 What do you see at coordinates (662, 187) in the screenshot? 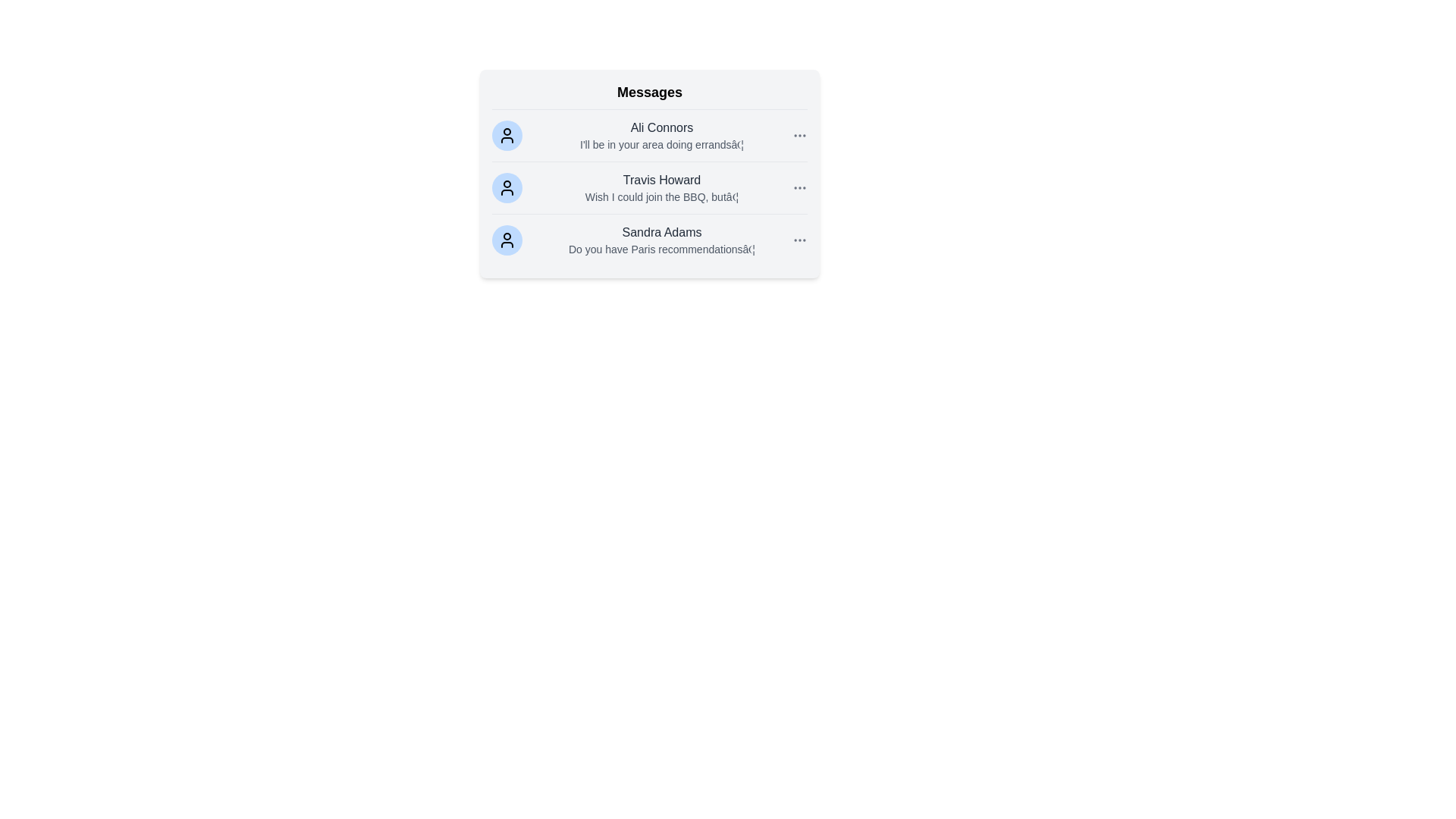
I see `the Message Preview displaying the sender's name and message preview, located between messages from 'Ali Connors' and 'Sandra Adams'` at bounding box center [662, 187].